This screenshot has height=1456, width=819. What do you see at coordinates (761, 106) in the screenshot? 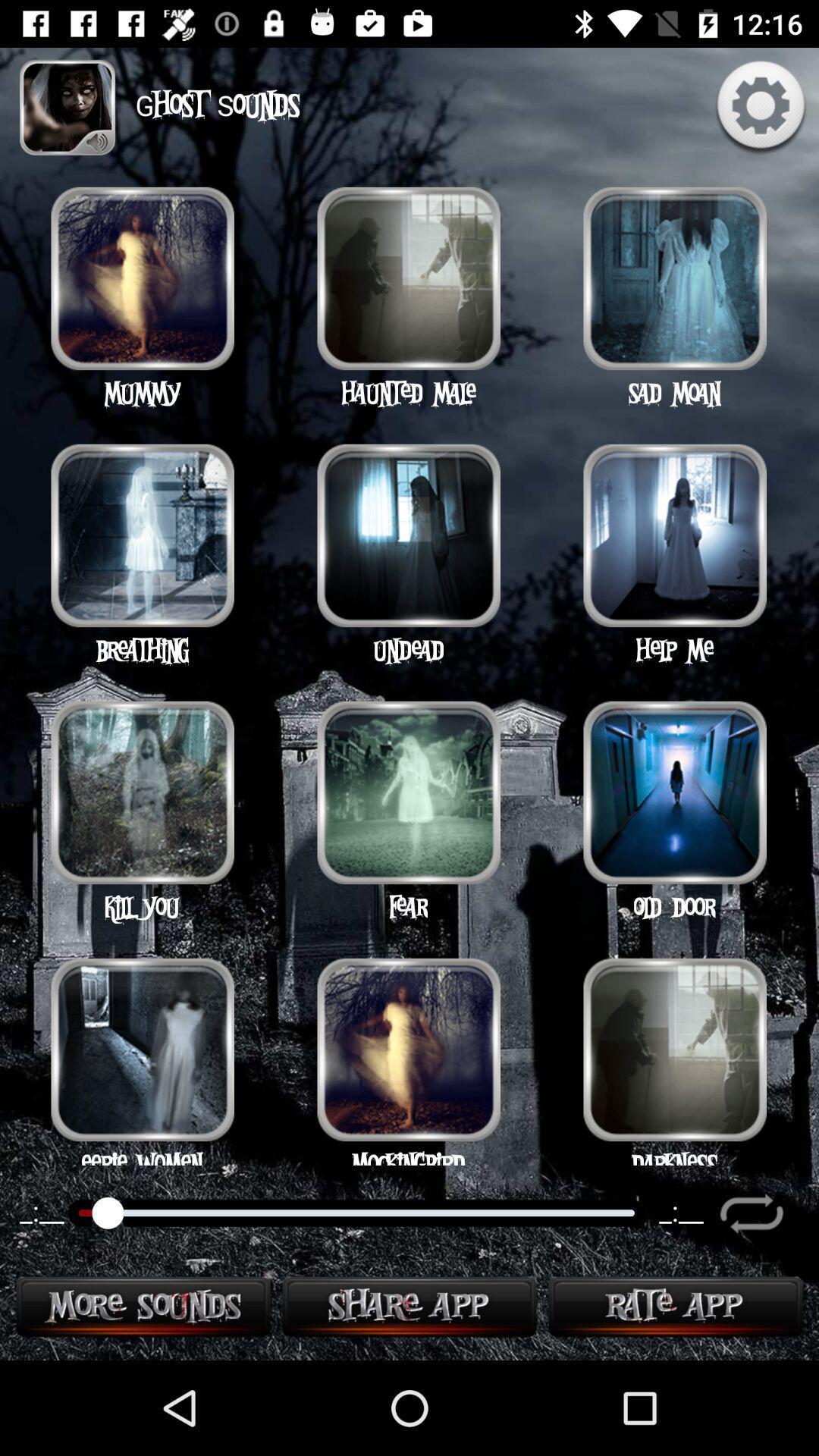
I see `the settings icon` at bounding box center [761, 106].